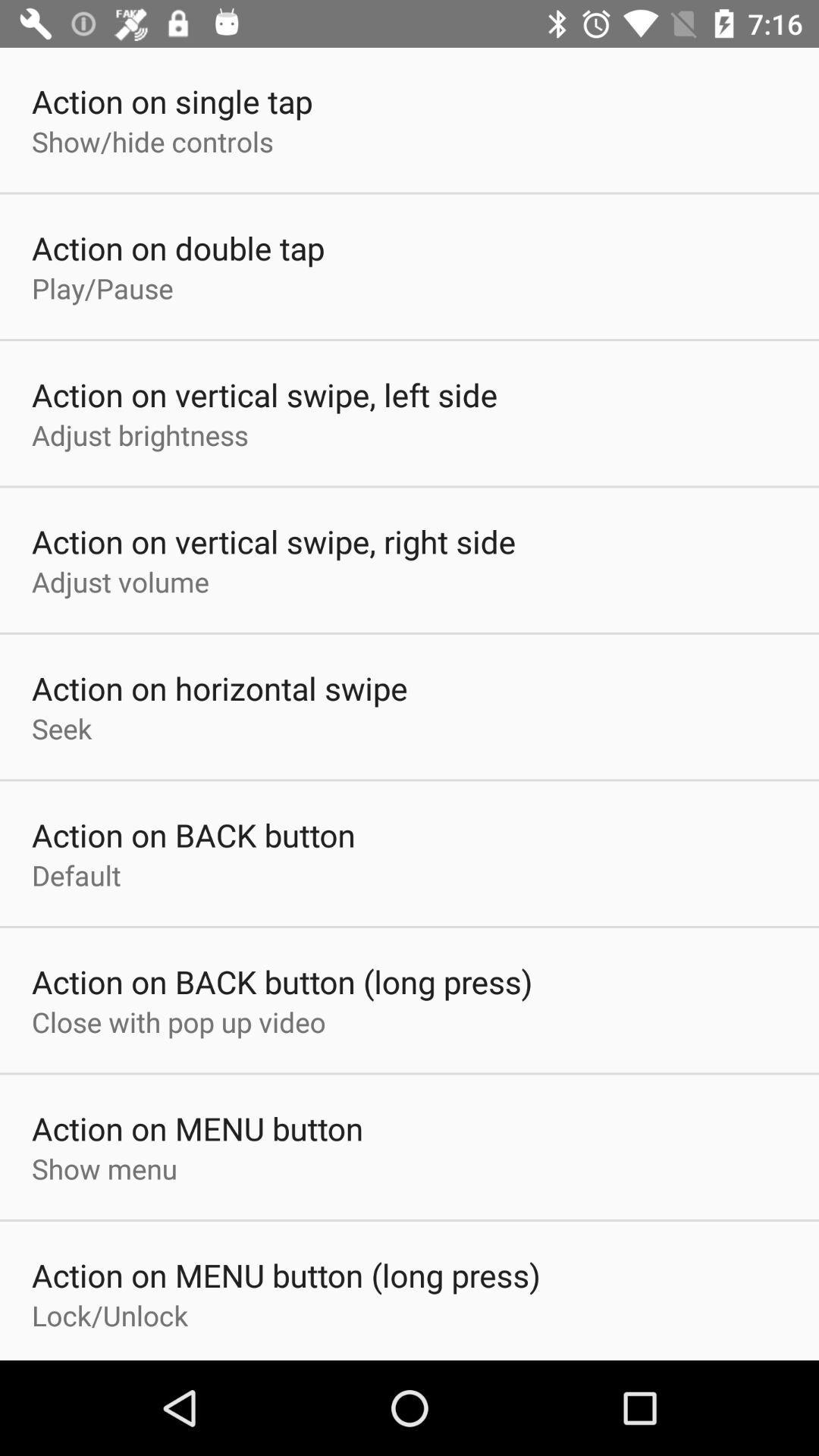 The image size is (819, 1456). What do you see at coordinates (152, 141) in the screenshot?
I see `the app below action on single icon` at bounding box center [152, 141].